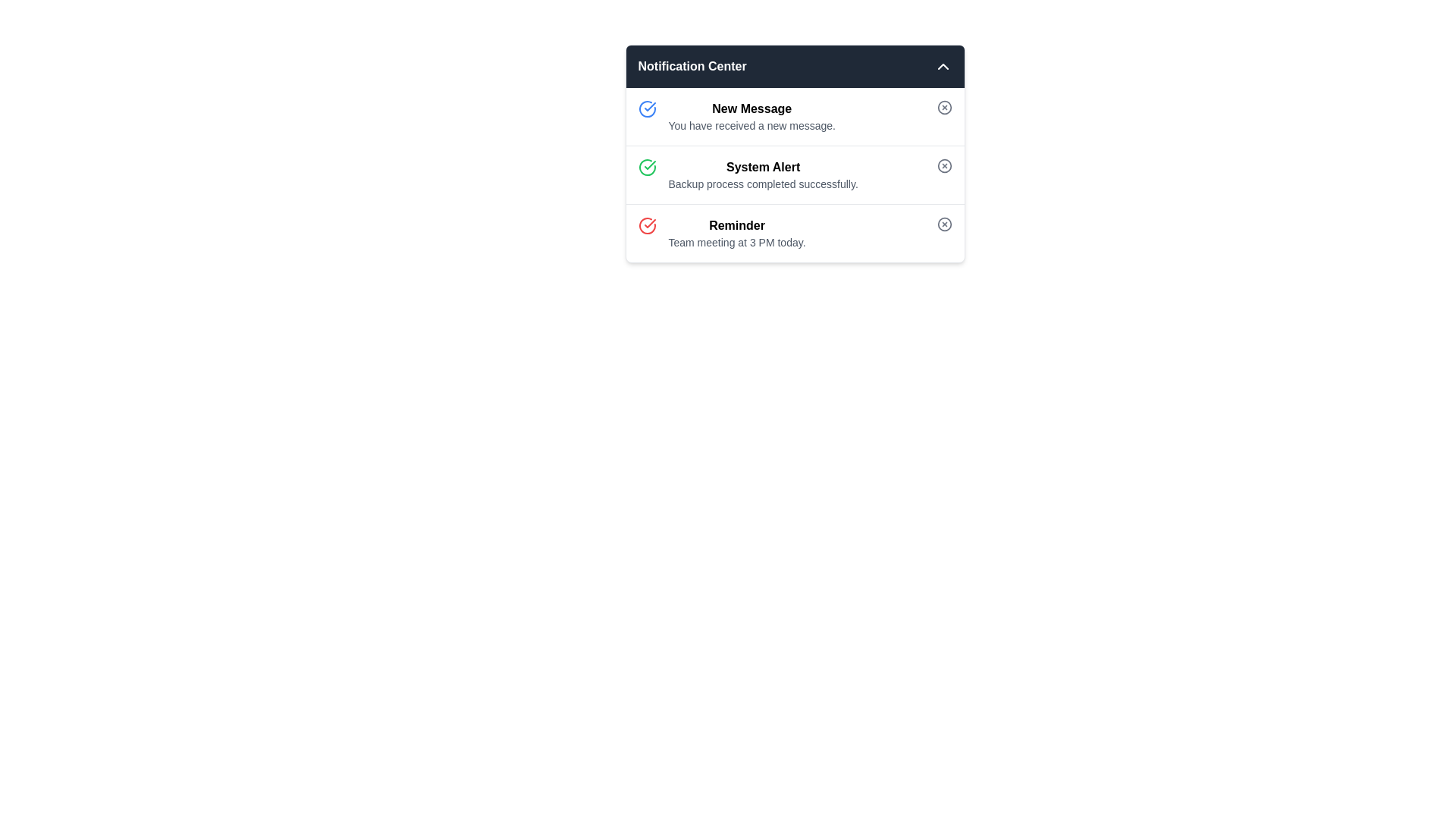 This screenshot has height=819, width=1456. I want to click on the title of the third notification in the 'Notification Center', so click(737, 225).